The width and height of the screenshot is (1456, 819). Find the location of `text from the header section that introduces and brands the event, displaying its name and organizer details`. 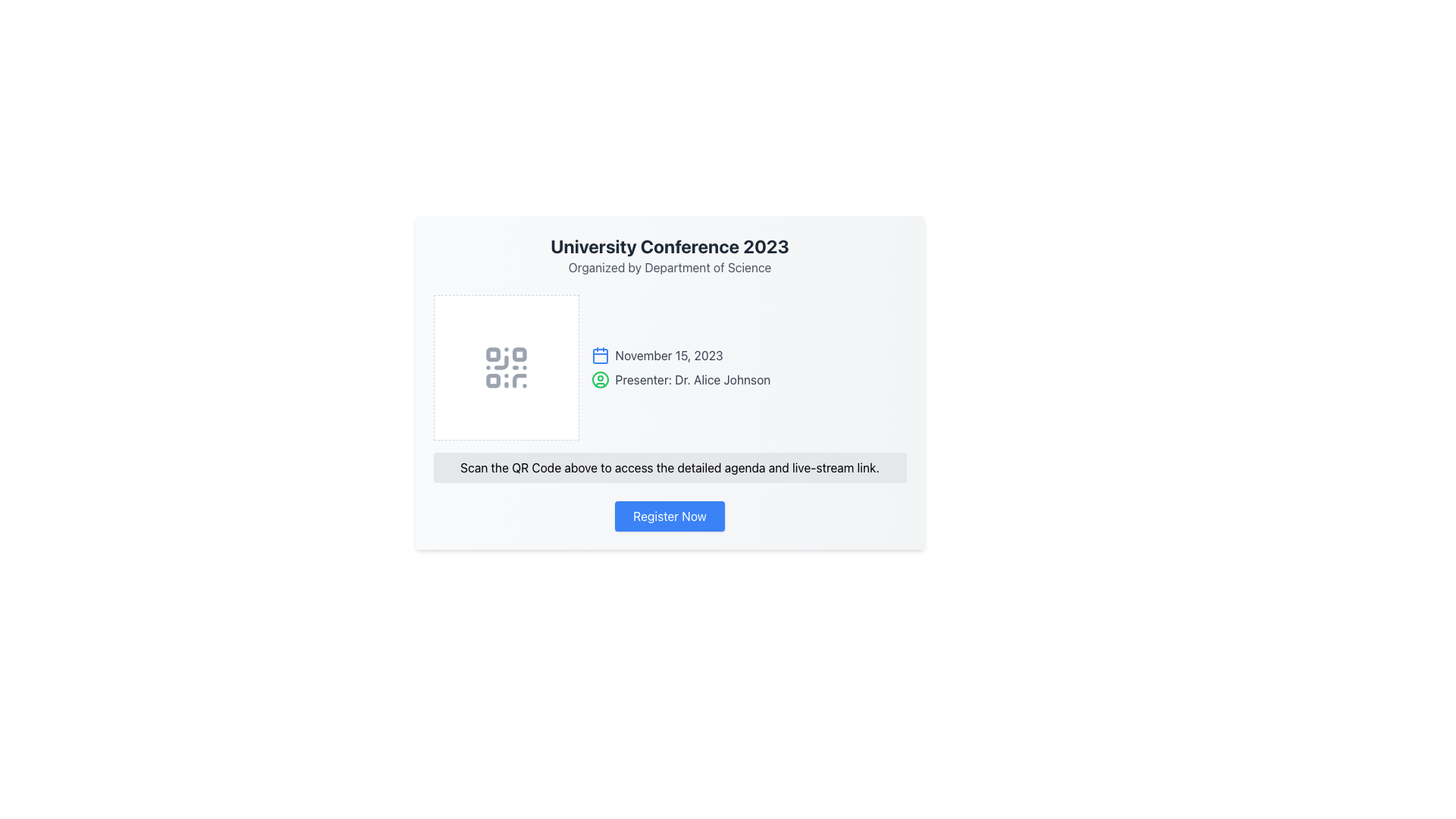

text from the header section that introduces and brands the event, displaying its name and organizer details is located at coordinates (669, 254).